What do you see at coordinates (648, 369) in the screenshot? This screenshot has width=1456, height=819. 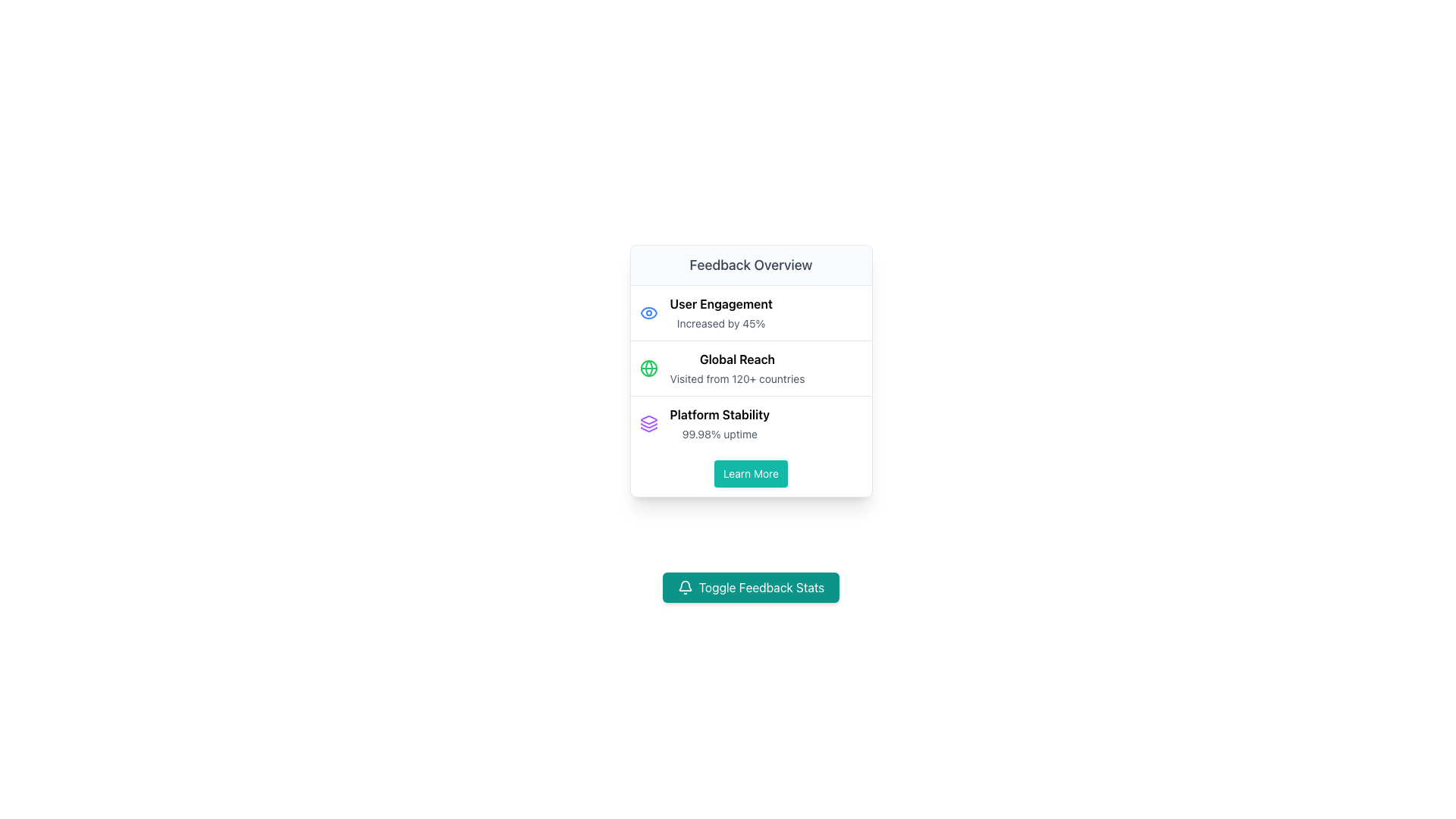 I see `the green-colored circular globe icon that is the leftmost visual indicator in the second row of a vertically aligned list, next to the text 'Global Reach'` at bounding box center [648, 369].